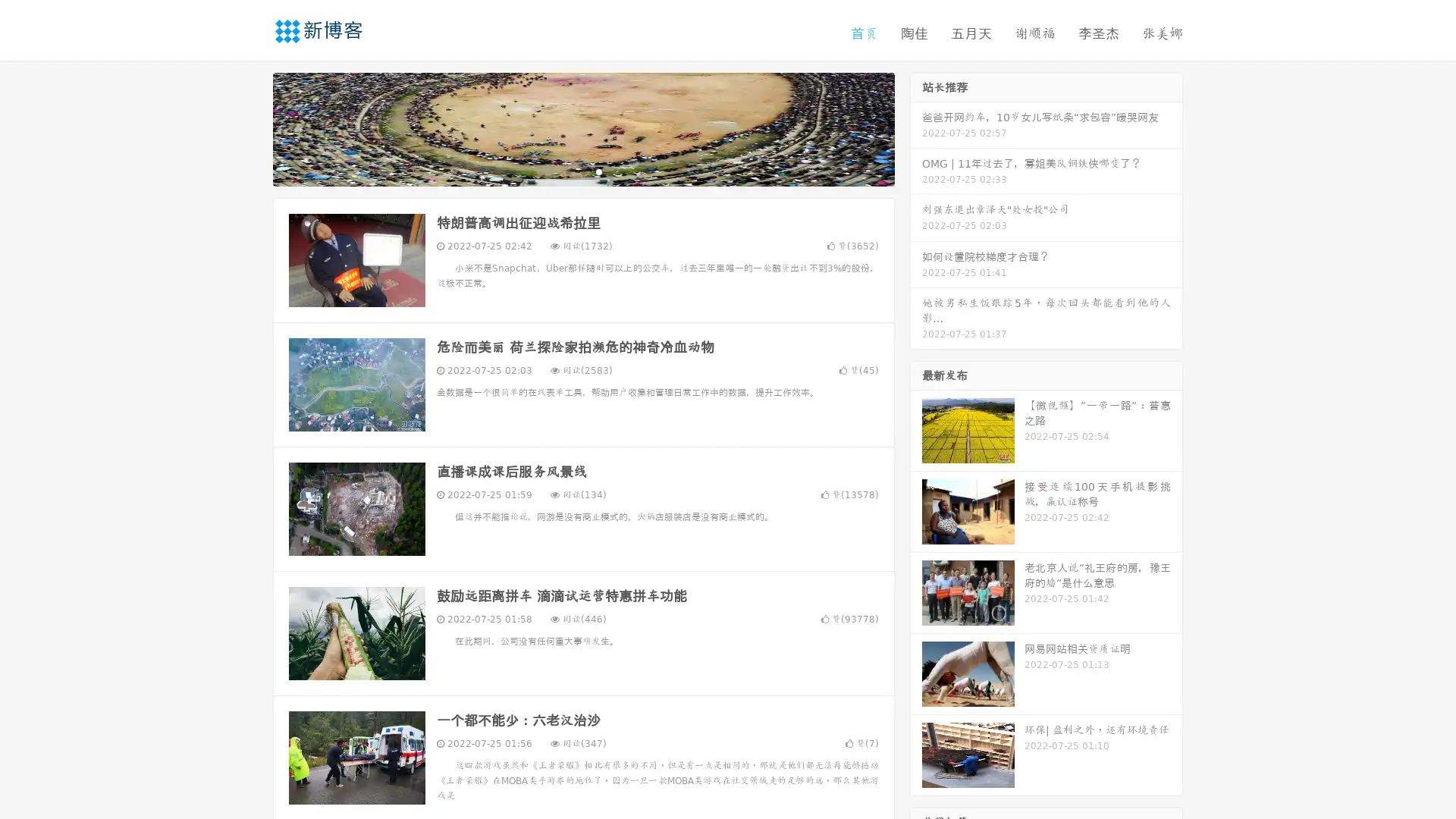 The height and width of the screenshot is (819, 1456). I want to click on Go to slide 1, so click(567, 171).